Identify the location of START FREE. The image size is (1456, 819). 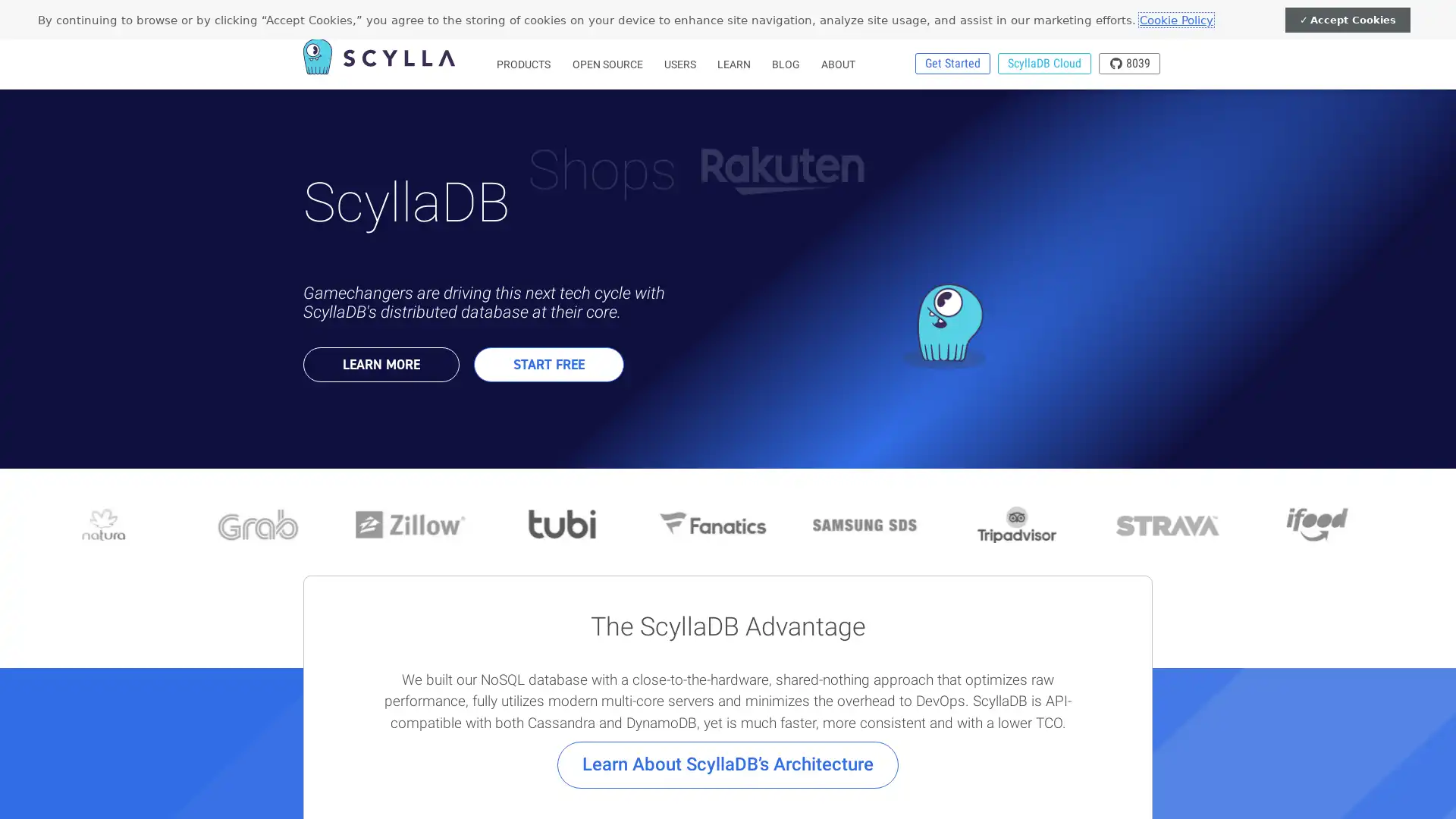
(548, 364).